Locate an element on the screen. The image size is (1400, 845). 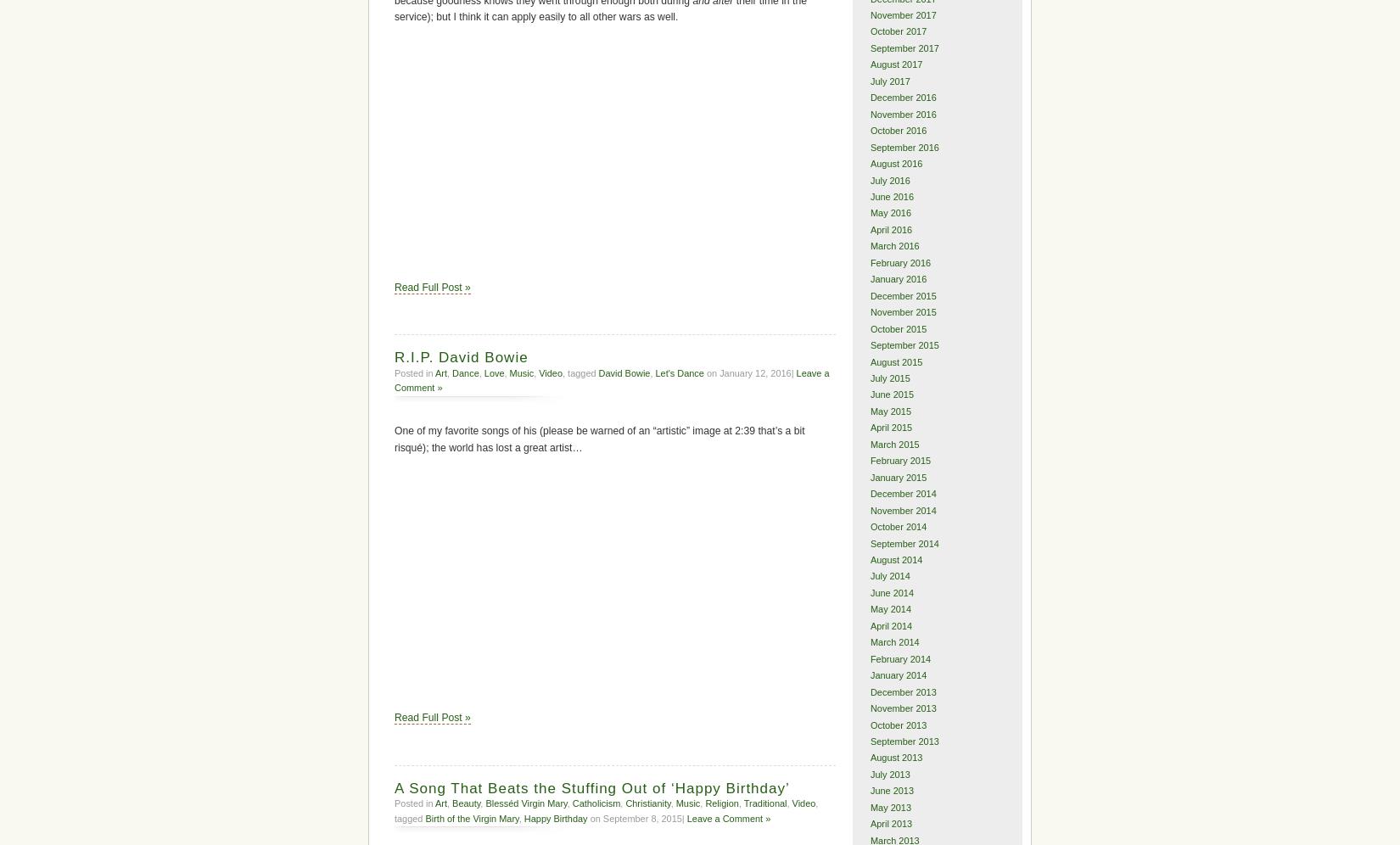
'January 2016' is located at coordinates (898, 277).